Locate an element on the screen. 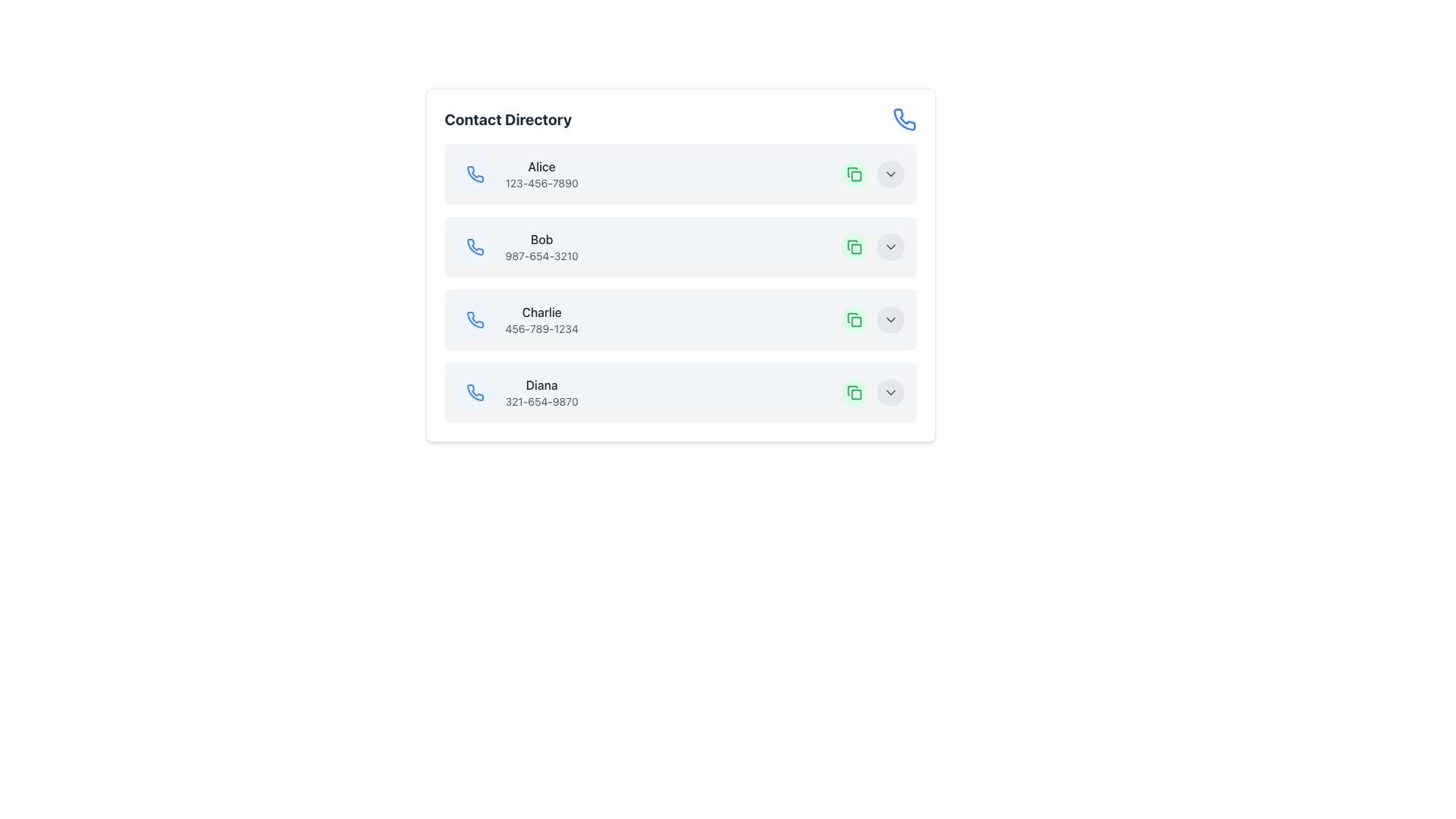 This screenshot has height=819, width=1456. the Vector Graphic Icon that signifies a copying or duplicating action, located centrally in the third row of the 'Charlie' list is located at coordinates (852, 317).